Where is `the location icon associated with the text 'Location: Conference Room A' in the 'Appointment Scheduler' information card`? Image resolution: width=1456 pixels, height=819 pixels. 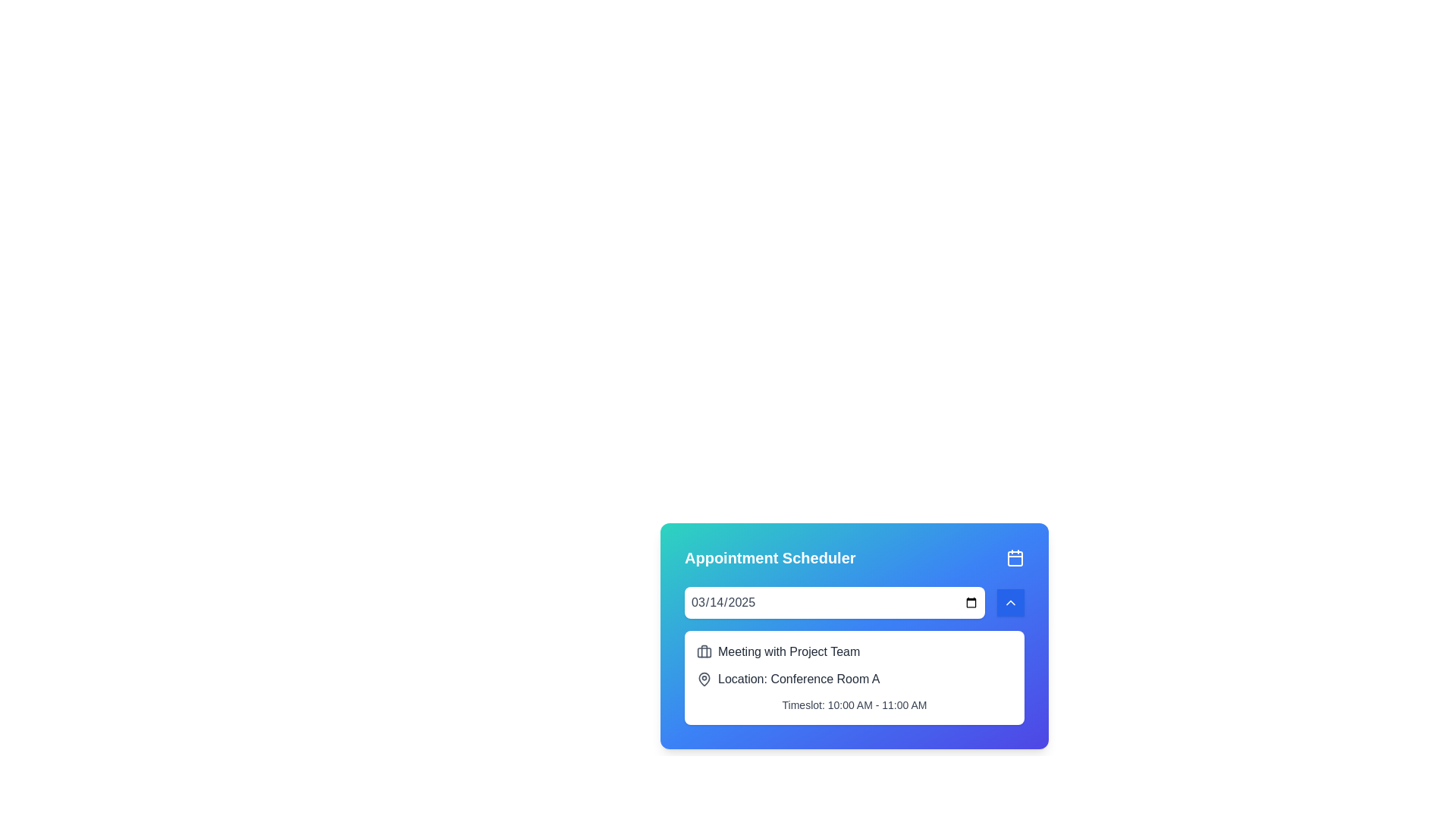 the location icon associated with the text 'Location: Conference Room A' in the 'Appointment Scheduler' information card is located at coordinates (704, 678).